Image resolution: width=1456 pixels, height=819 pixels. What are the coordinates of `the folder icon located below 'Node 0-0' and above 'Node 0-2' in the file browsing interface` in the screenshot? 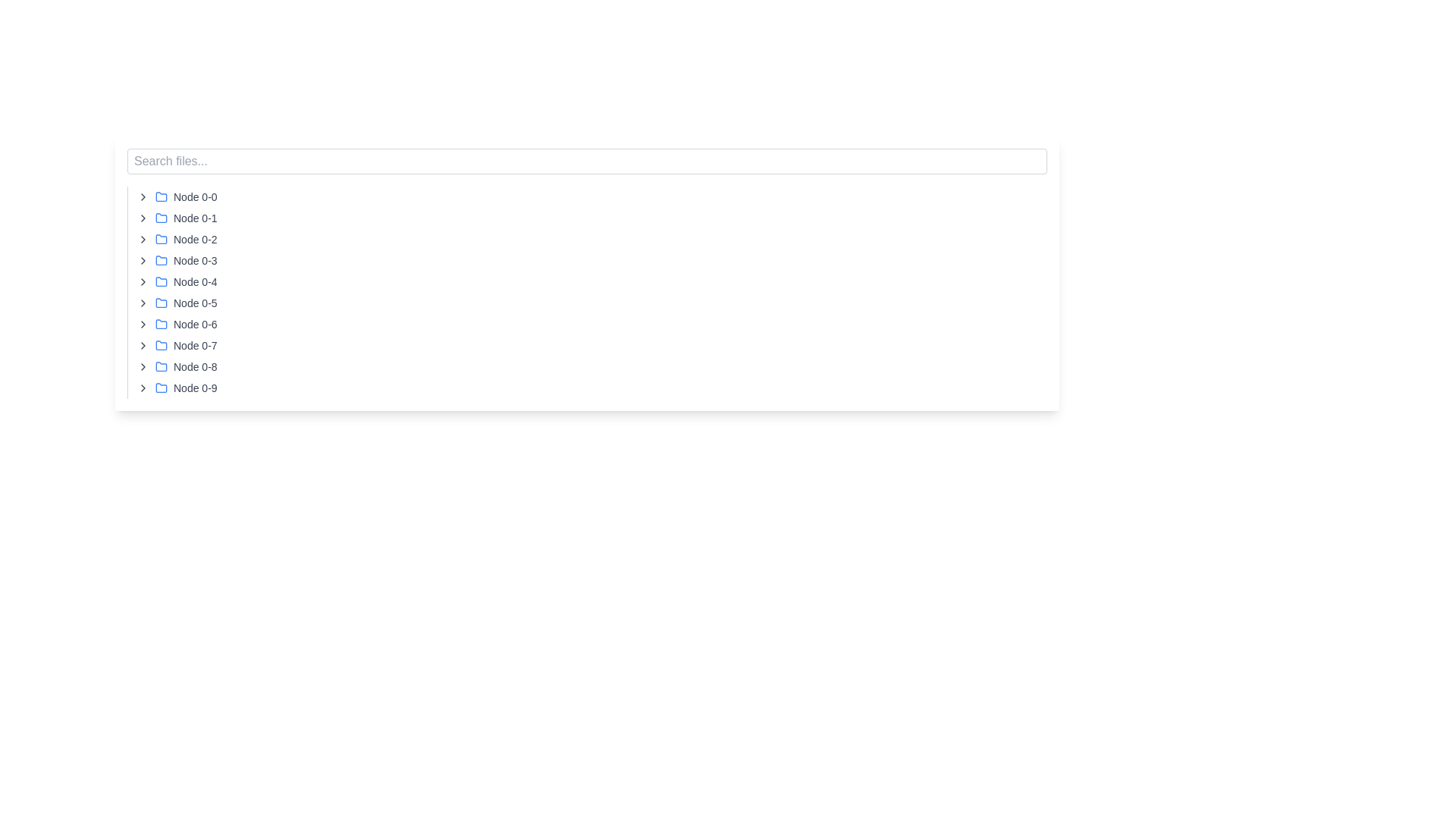 It's located at (161, 217).